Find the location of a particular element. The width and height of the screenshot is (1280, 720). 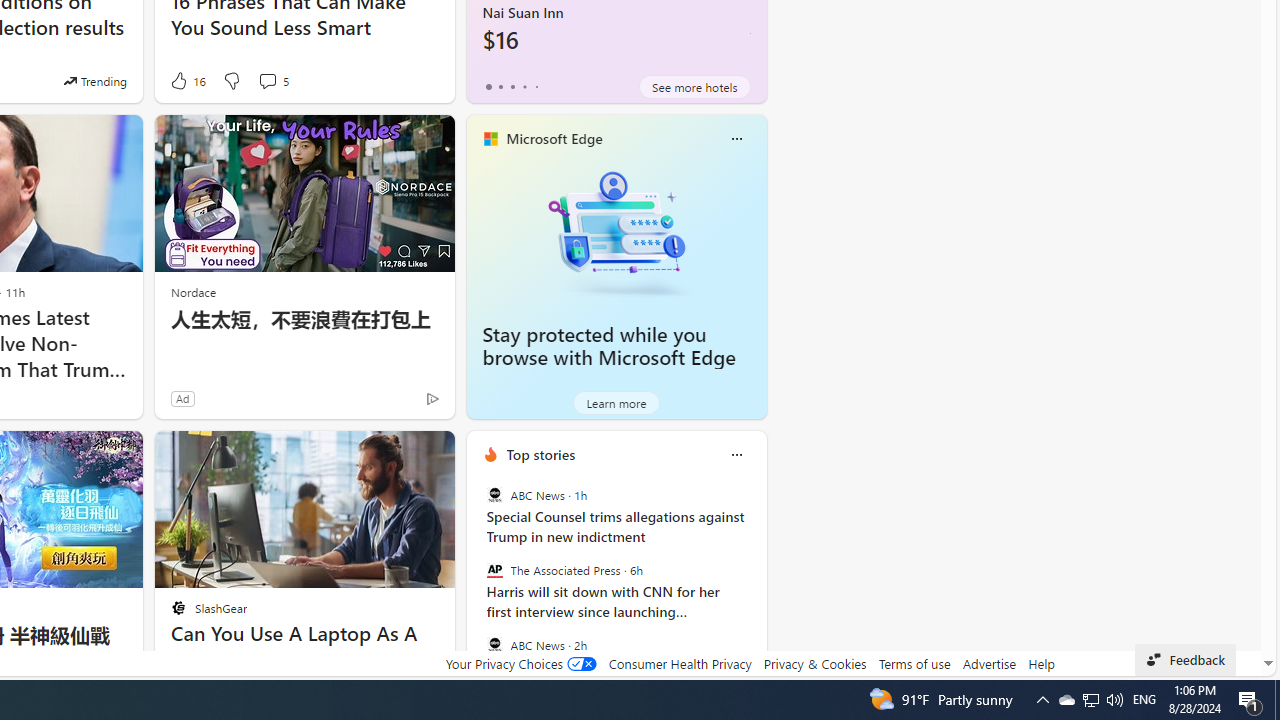

'See more hotels' is located at coordinates (695, 86).